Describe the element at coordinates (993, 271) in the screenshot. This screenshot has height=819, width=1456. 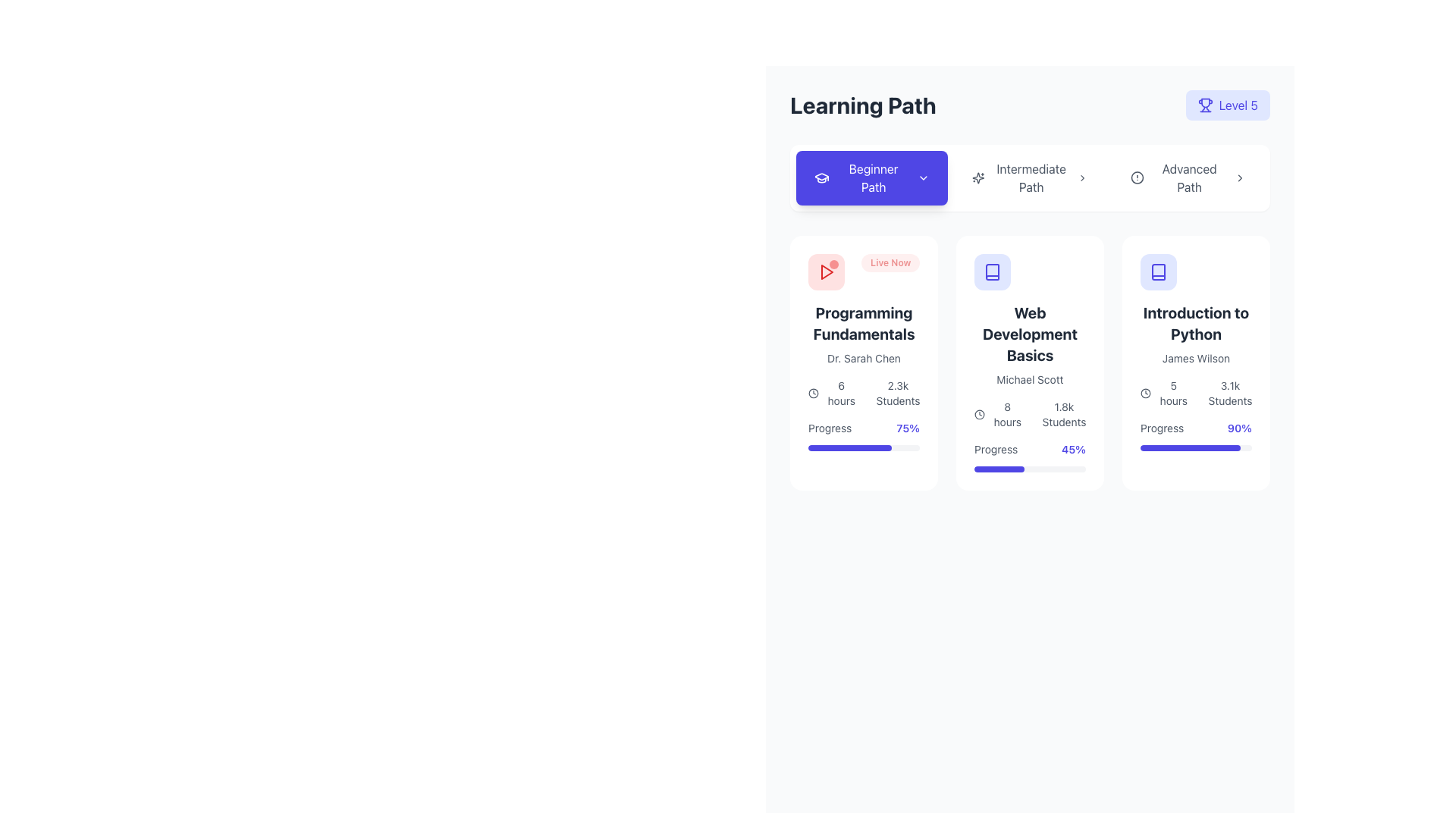
I see `the circular icon with a light indigo background and a white book symbol located at the center of the 'Web Development Basics' card, above the title text` at that location.